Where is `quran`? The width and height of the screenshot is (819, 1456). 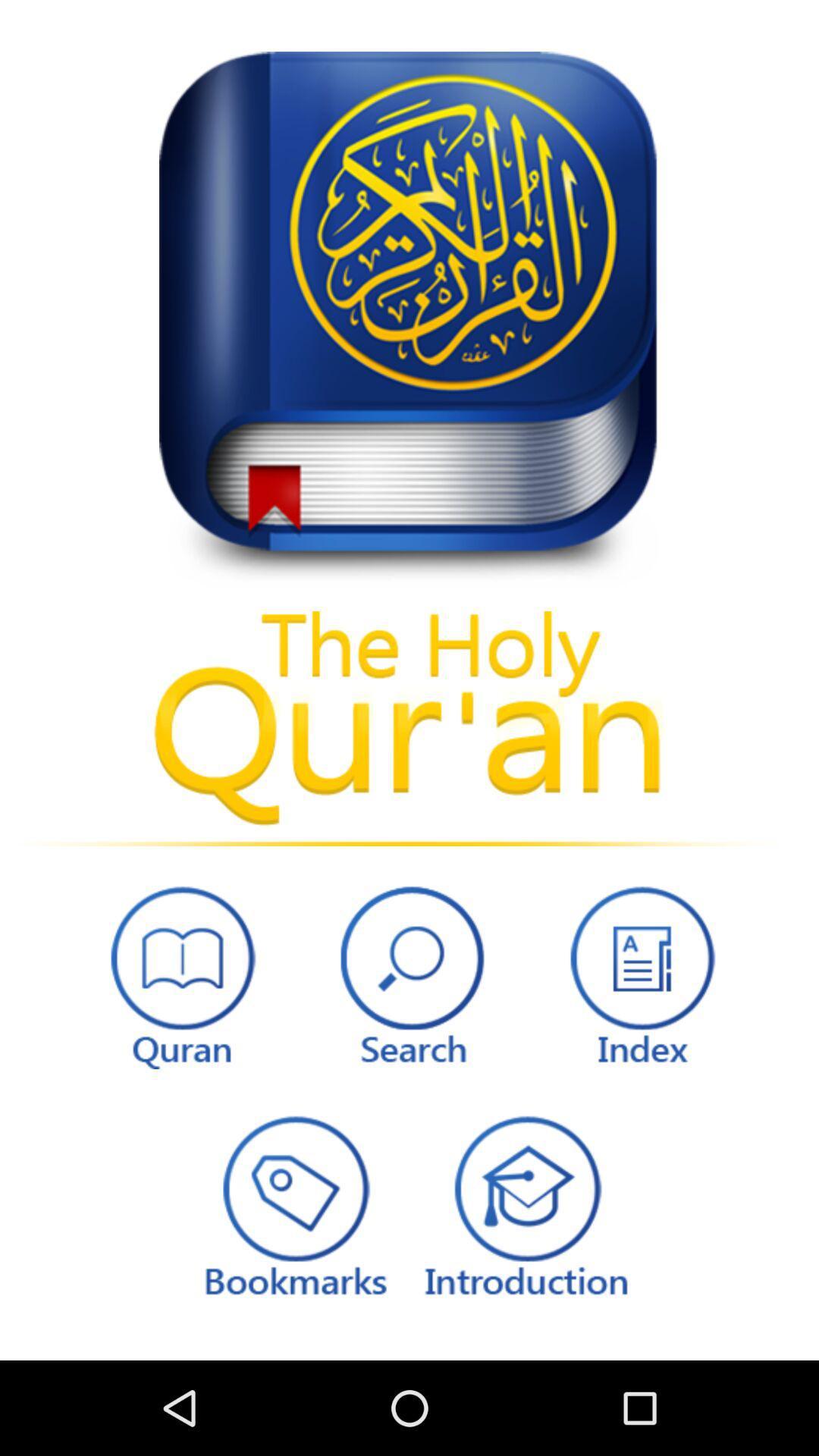
quran is located at coordinates (178, 973).